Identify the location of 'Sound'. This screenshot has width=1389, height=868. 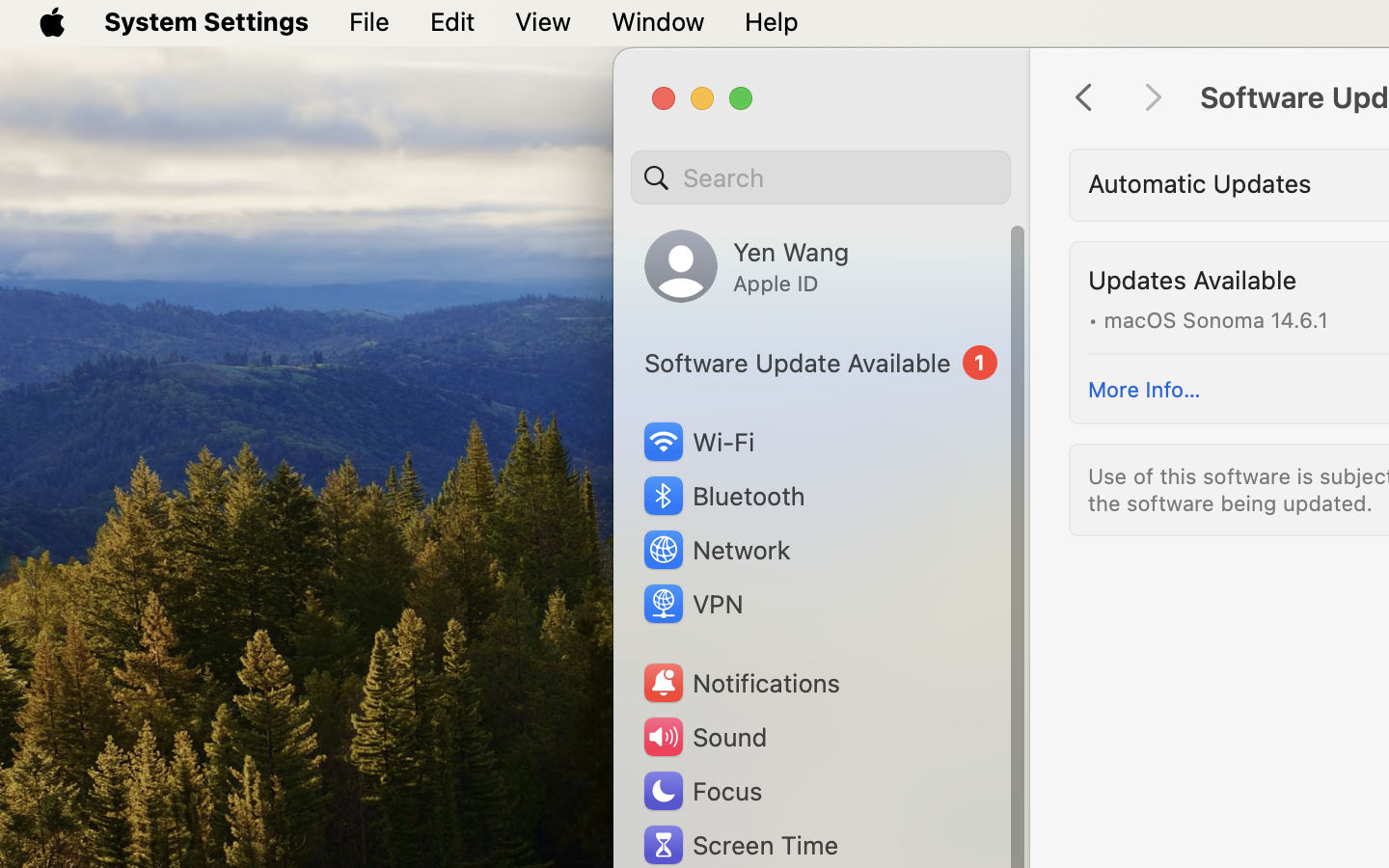
(702, 736).